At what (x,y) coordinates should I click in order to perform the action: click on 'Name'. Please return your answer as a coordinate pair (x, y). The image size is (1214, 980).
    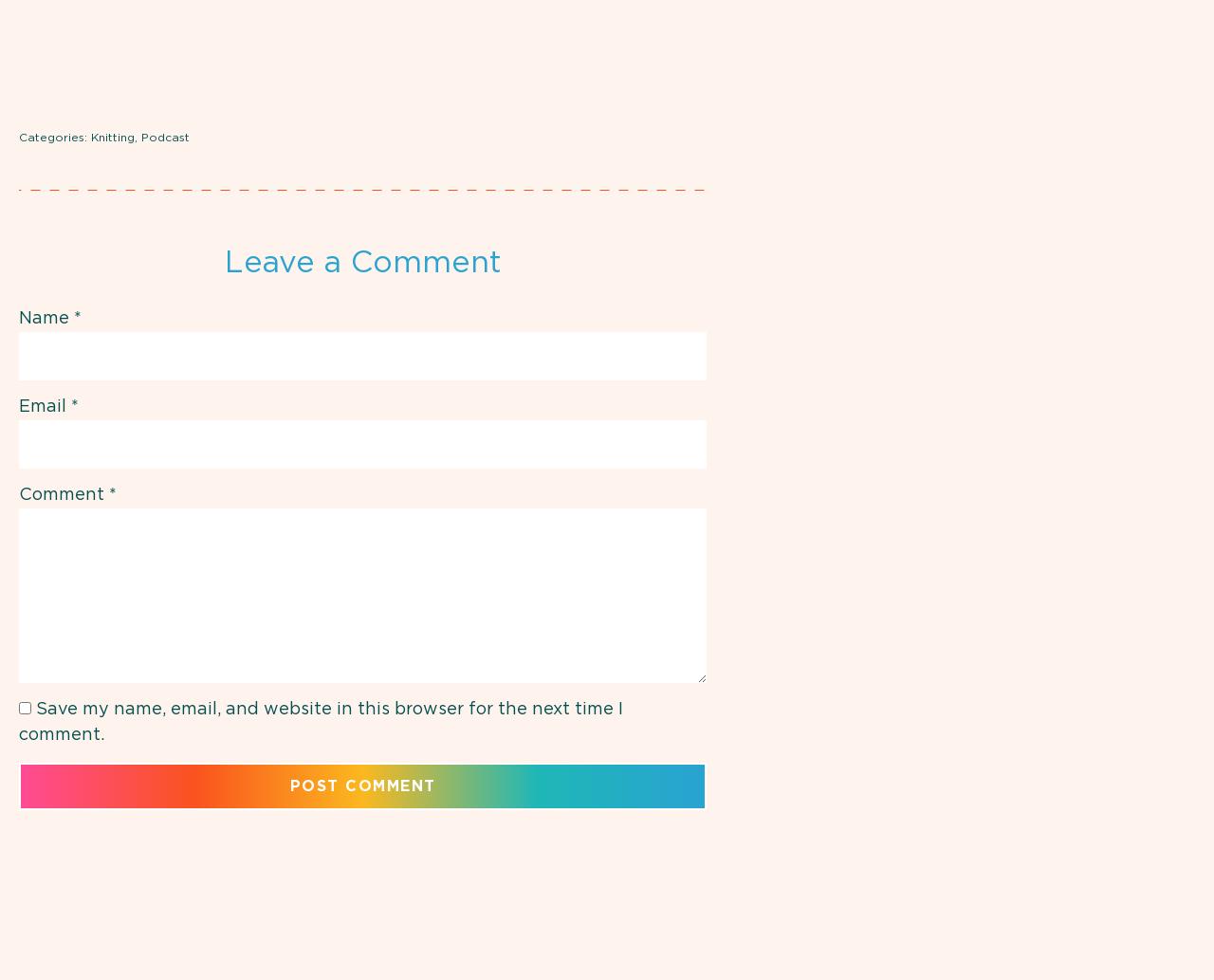
    Looking at the image, I should click on (46, 318).